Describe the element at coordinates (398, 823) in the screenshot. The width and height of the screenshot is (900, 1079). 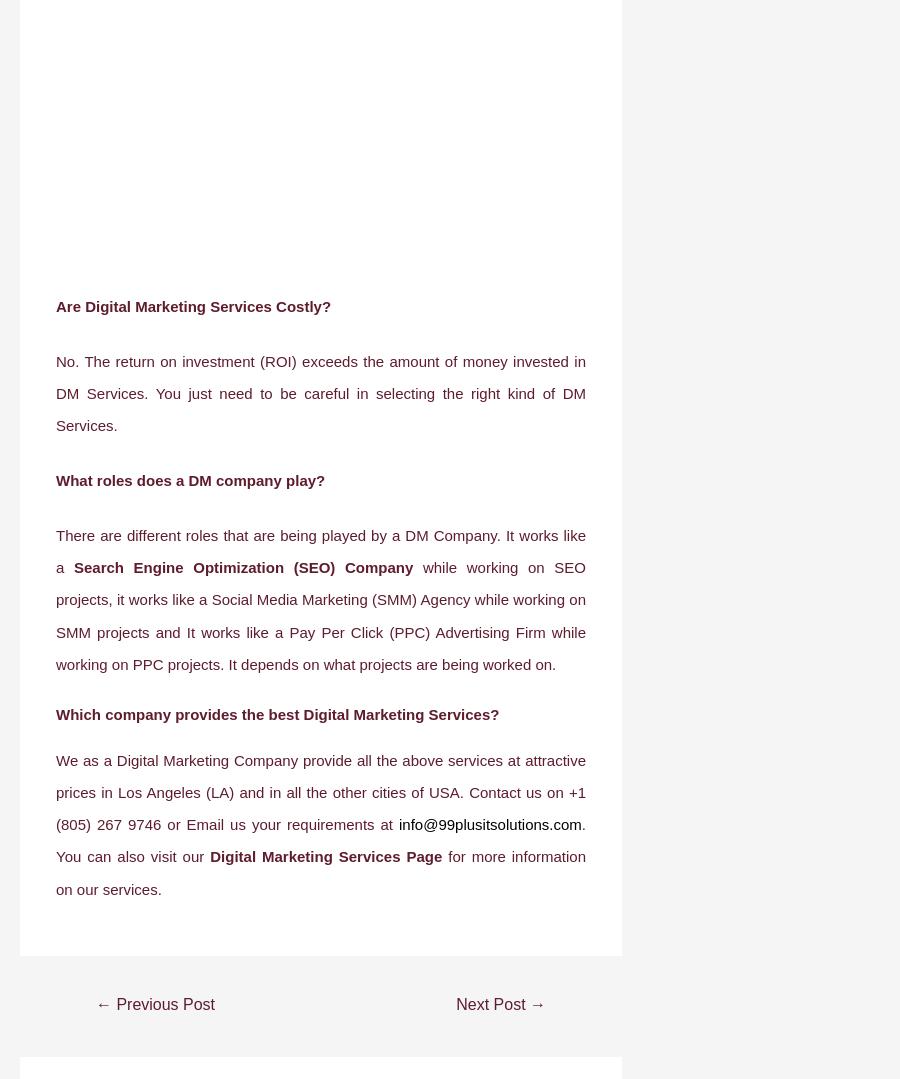
I see `'info@99plusitsolutions.com'` at that location.